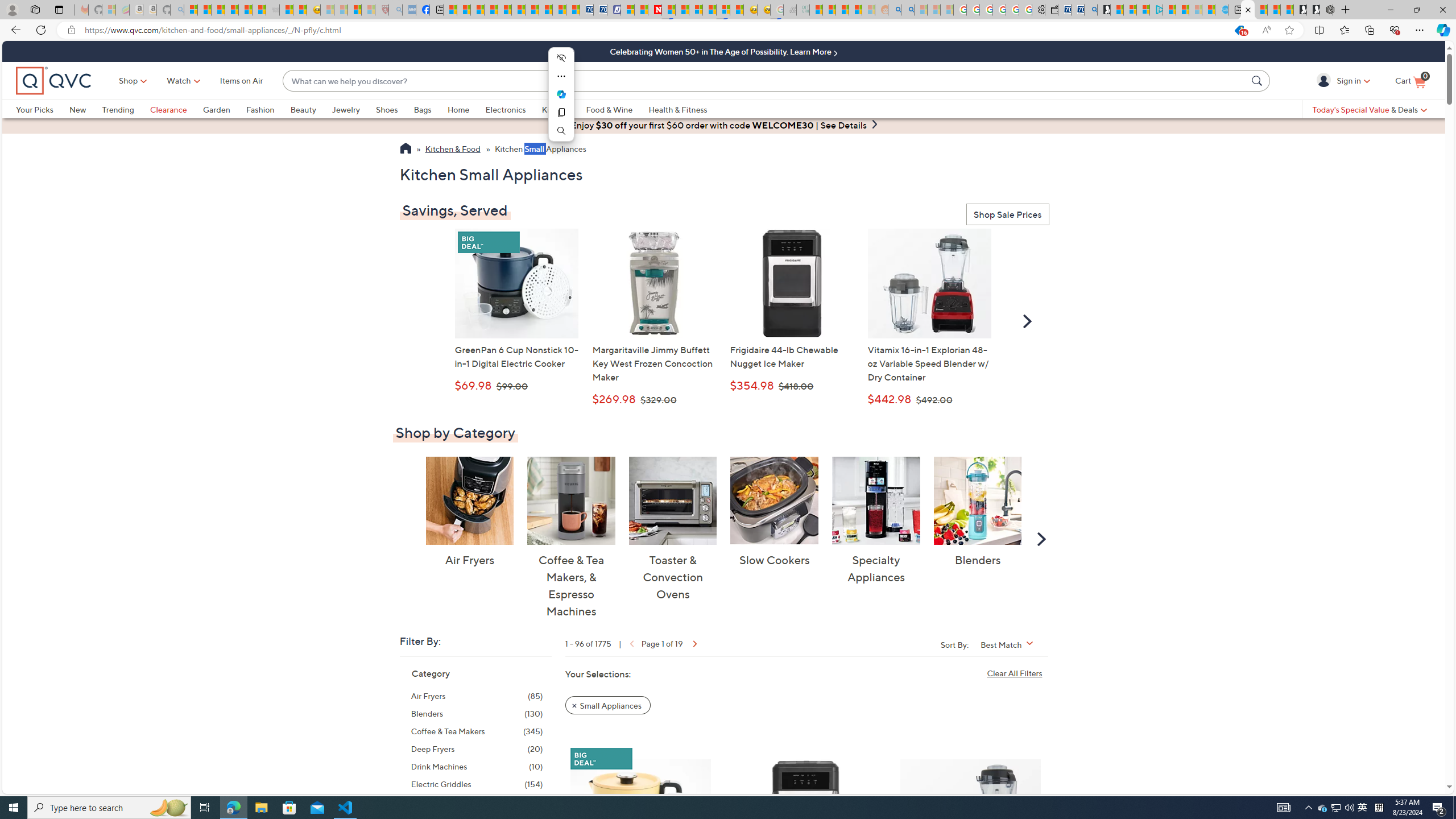  What do you see at coordinates (431, 673) in the screenshot?
I see `'Category'` at bounding box center [431, 673].